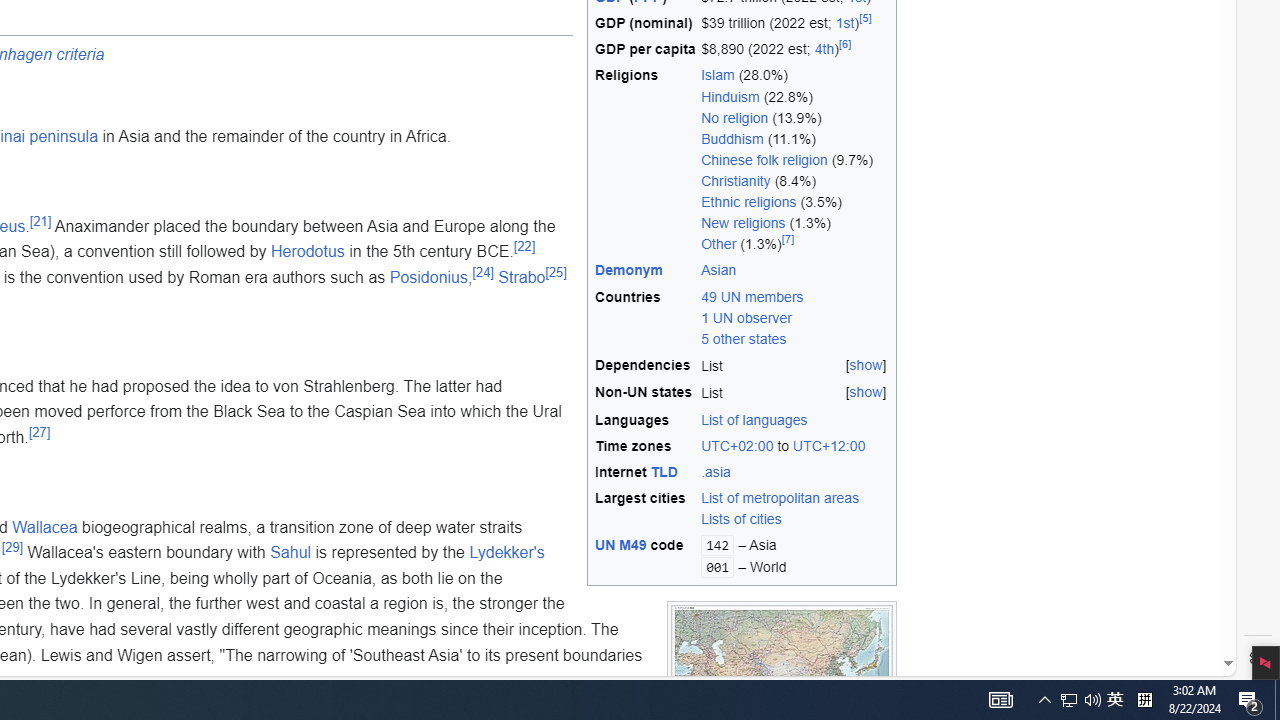 The image size is (1280, 720). Describe the element at coordinates (645, 393) in the screenshot. I see `'Non-UN states'` at that location.